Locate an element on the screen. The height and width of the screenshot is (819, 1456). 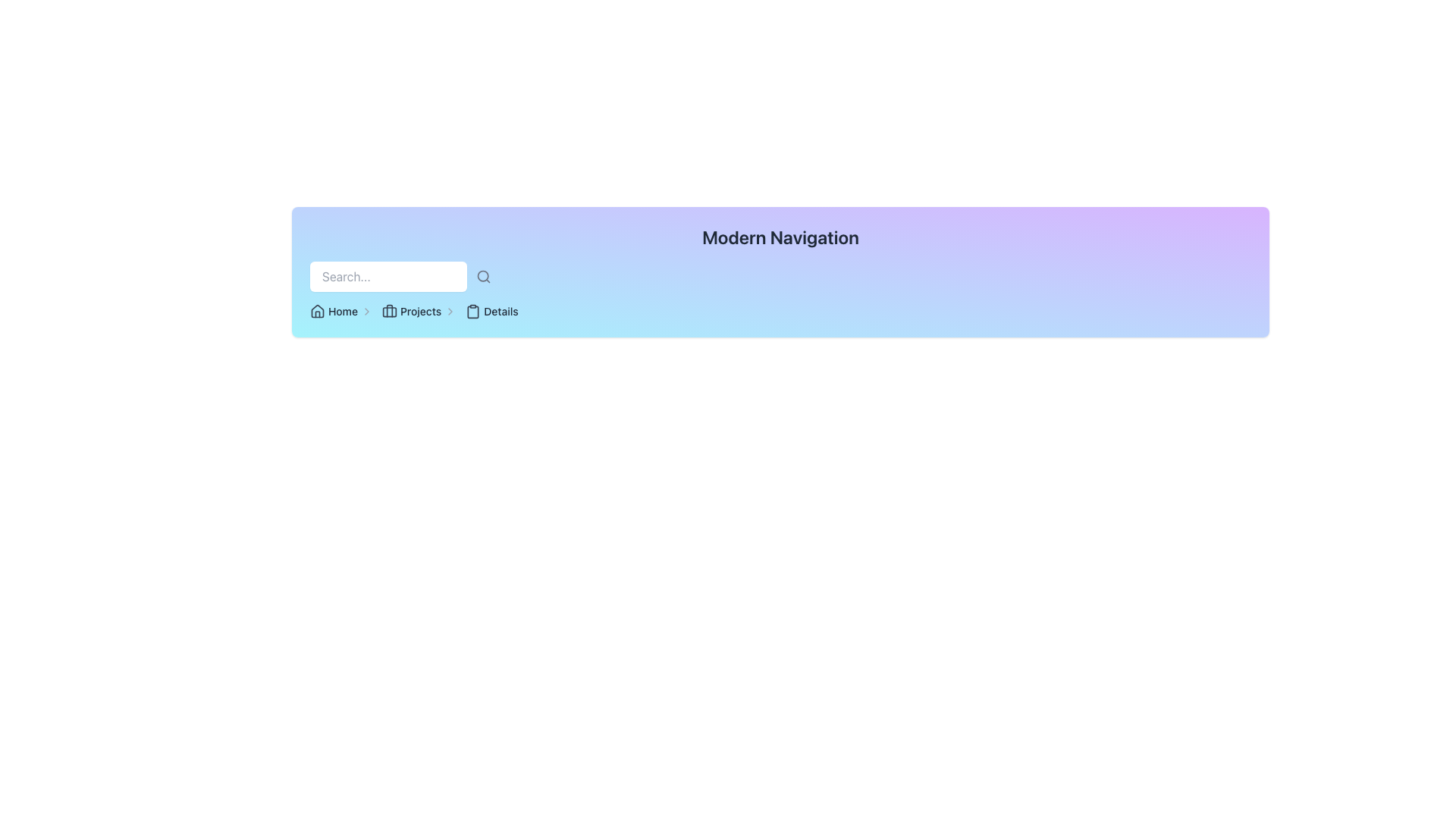
the visual representation of the briefcase icon that symbolizes the 'Projects' section in the breadcrumb navigation bar, located to the left of the 'Projects' text label is located at coordinates (389, 311).